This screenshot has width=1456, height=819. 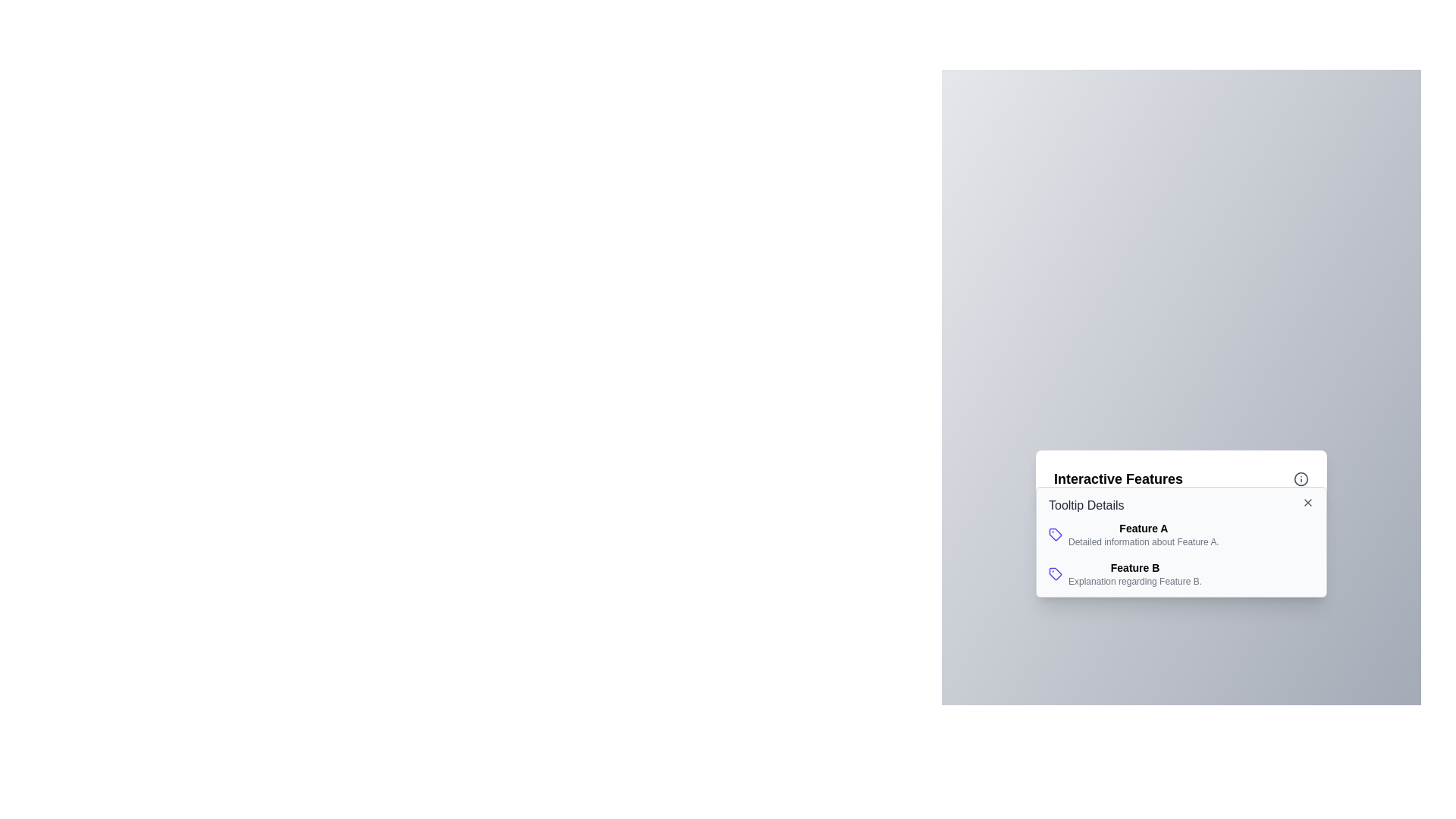 I want to click on circular graphical element that is part of the 'info' icon located in the top-right corner of the tooltip box, so click(x=1301, y=479).